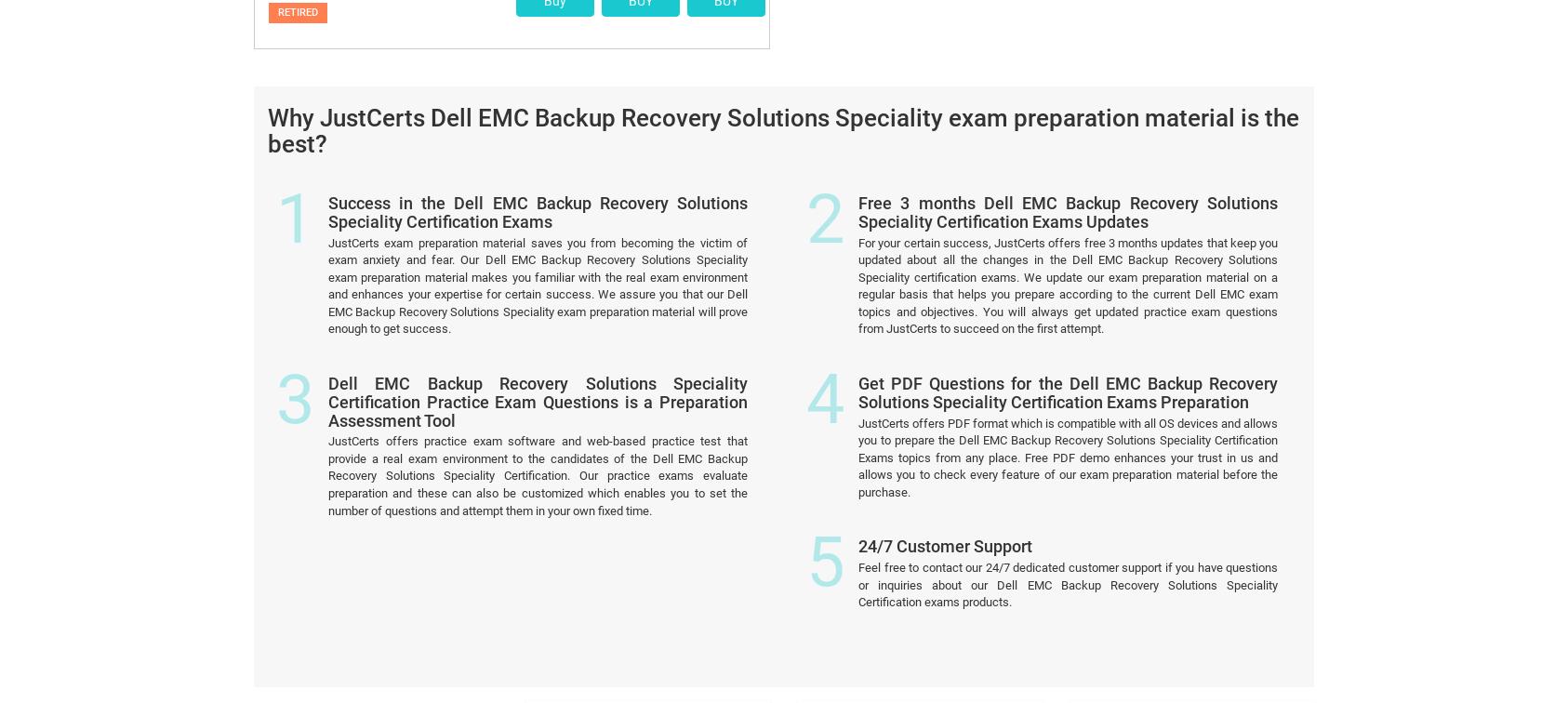  What do you see at coordinates (857, 641) in the screenshot?
I see `'C_TS460_2022'` at bounding box center [857, 641].